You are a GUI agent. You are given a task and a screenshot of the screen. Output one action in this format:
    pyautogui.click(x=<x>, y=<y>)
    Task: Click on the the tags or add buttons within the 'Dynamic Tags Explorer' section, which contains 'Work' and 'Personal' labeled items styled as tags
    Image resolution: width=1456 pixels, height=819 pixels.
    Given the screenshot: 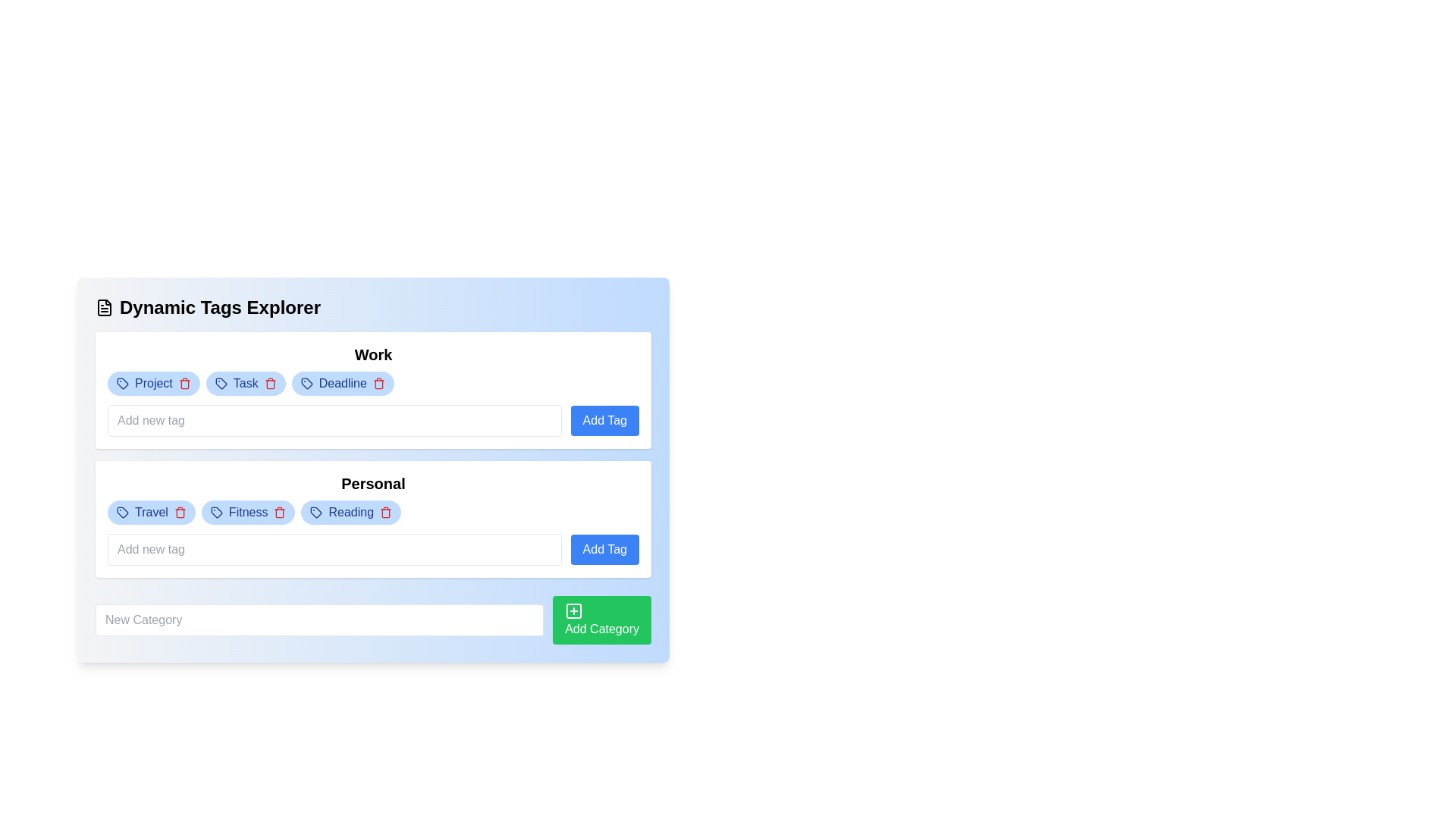 What is the action you would take?
    pyautogui.click(x=373, y=454)
    